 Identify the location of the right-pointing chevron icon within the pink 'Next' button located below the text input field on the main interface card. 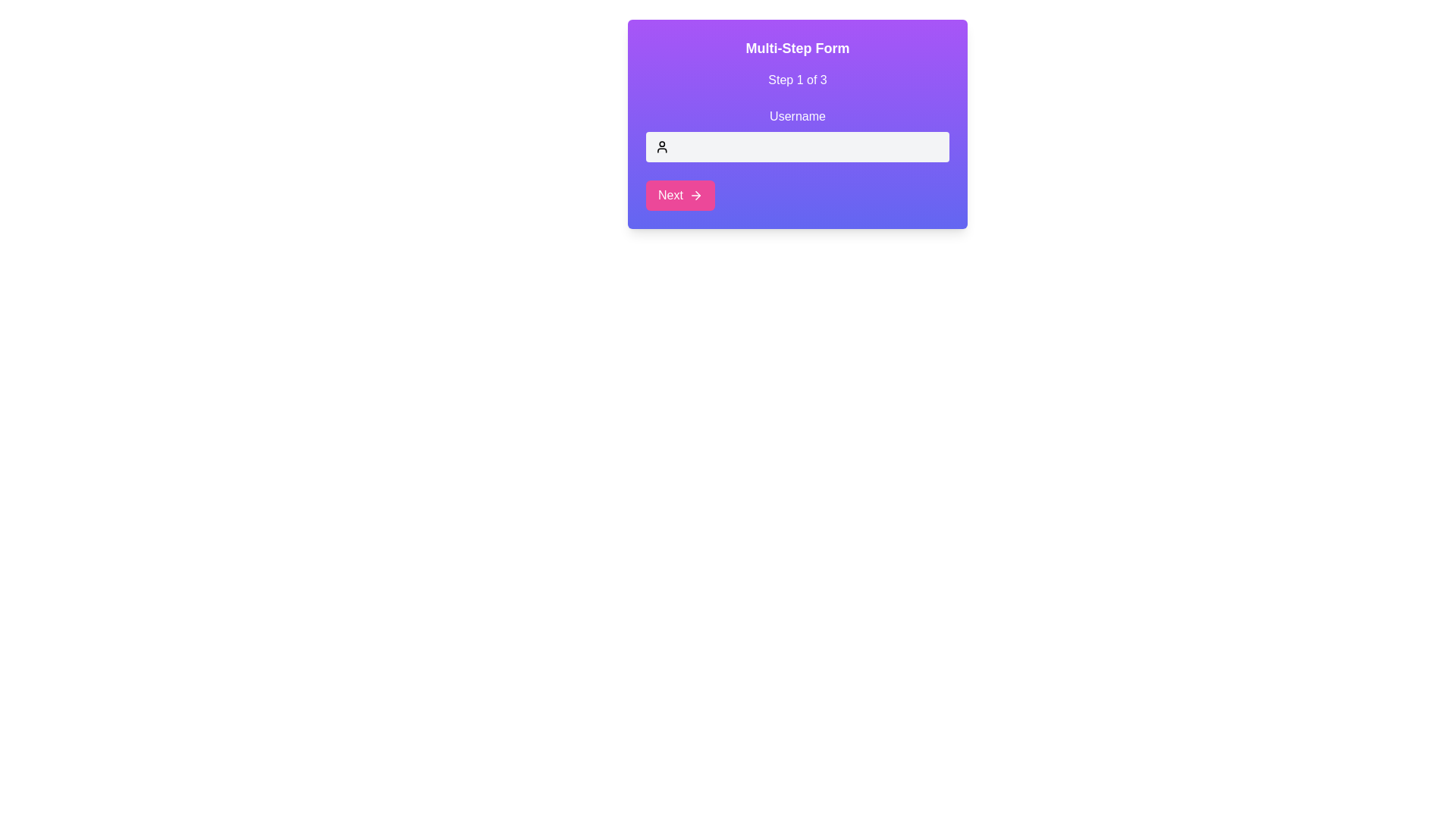
(695, 195).